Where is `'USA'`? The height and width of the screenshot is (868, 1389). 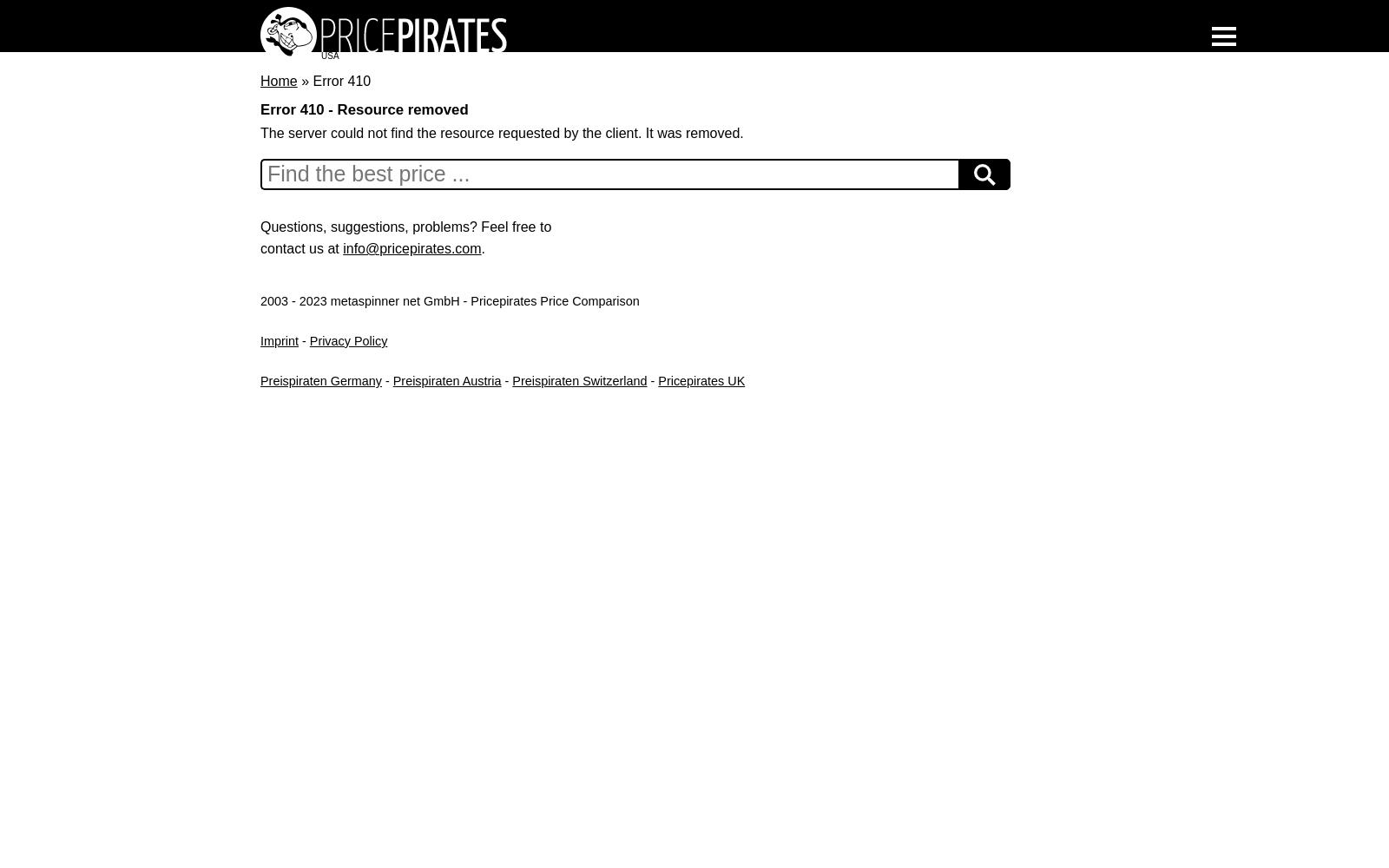
'USA' is located at coordinates (330, 55).